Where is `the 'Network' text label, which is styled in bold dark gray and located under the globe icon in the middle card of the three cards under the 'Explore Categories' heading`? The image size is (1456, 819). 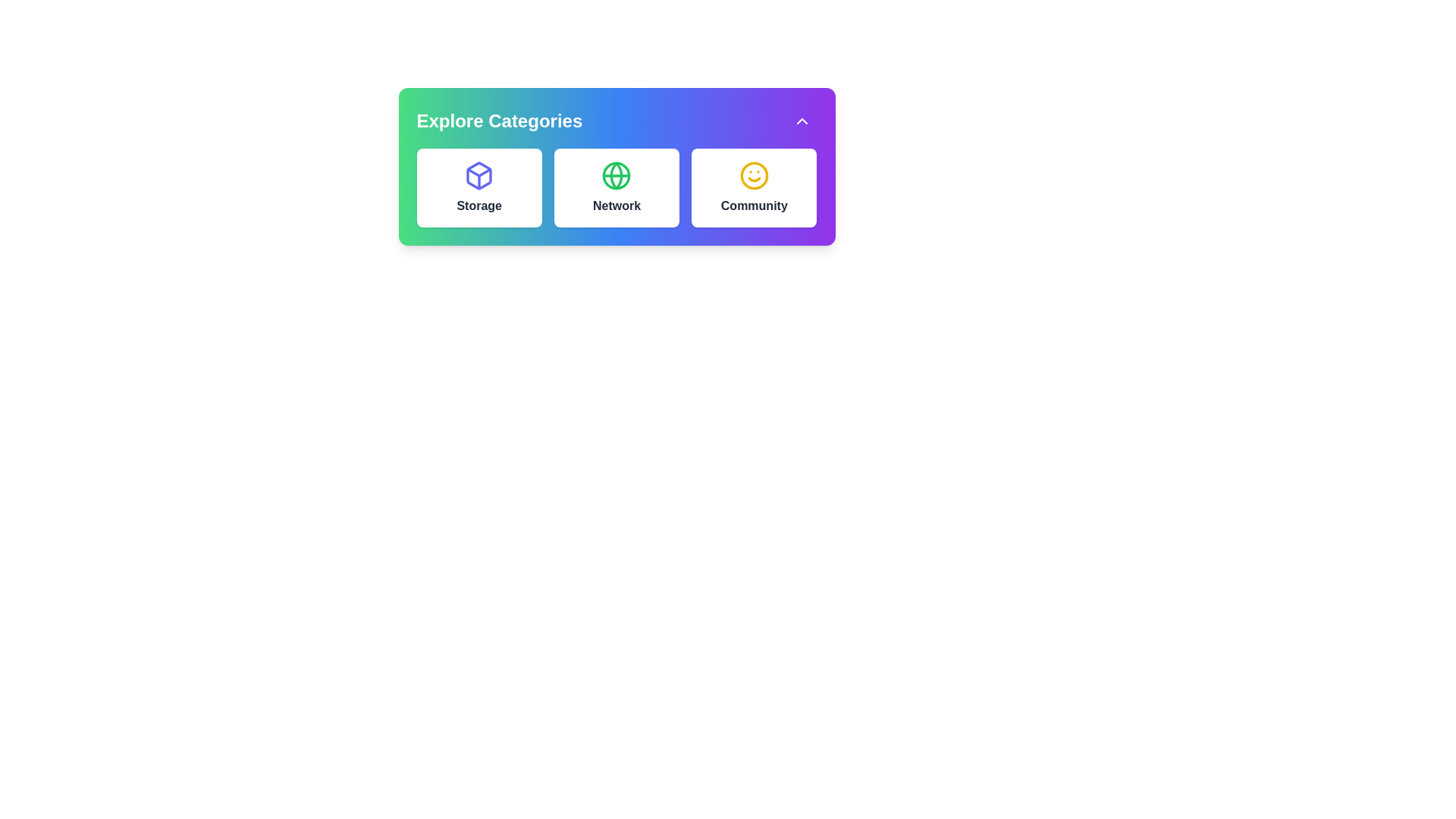 the 'Network' text label, which is styled in bold dark gray and located under the globe icon in the middle card of the three cards under the 'Explore Categories' heading is located at coordinates (617, 206).